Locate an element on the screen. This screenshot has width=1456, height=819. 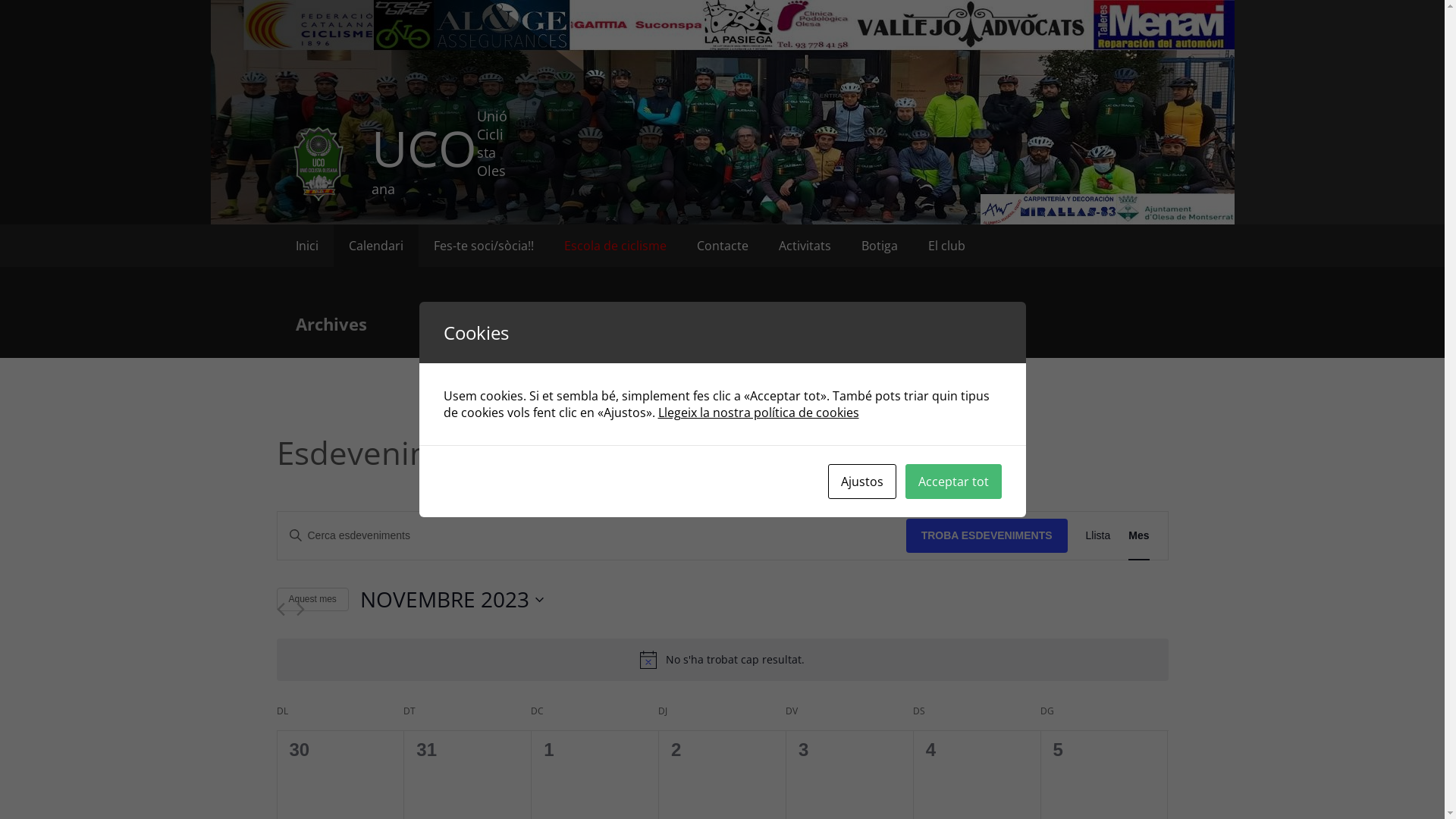
'Aquest mes' is located at coordinates (311, 598).